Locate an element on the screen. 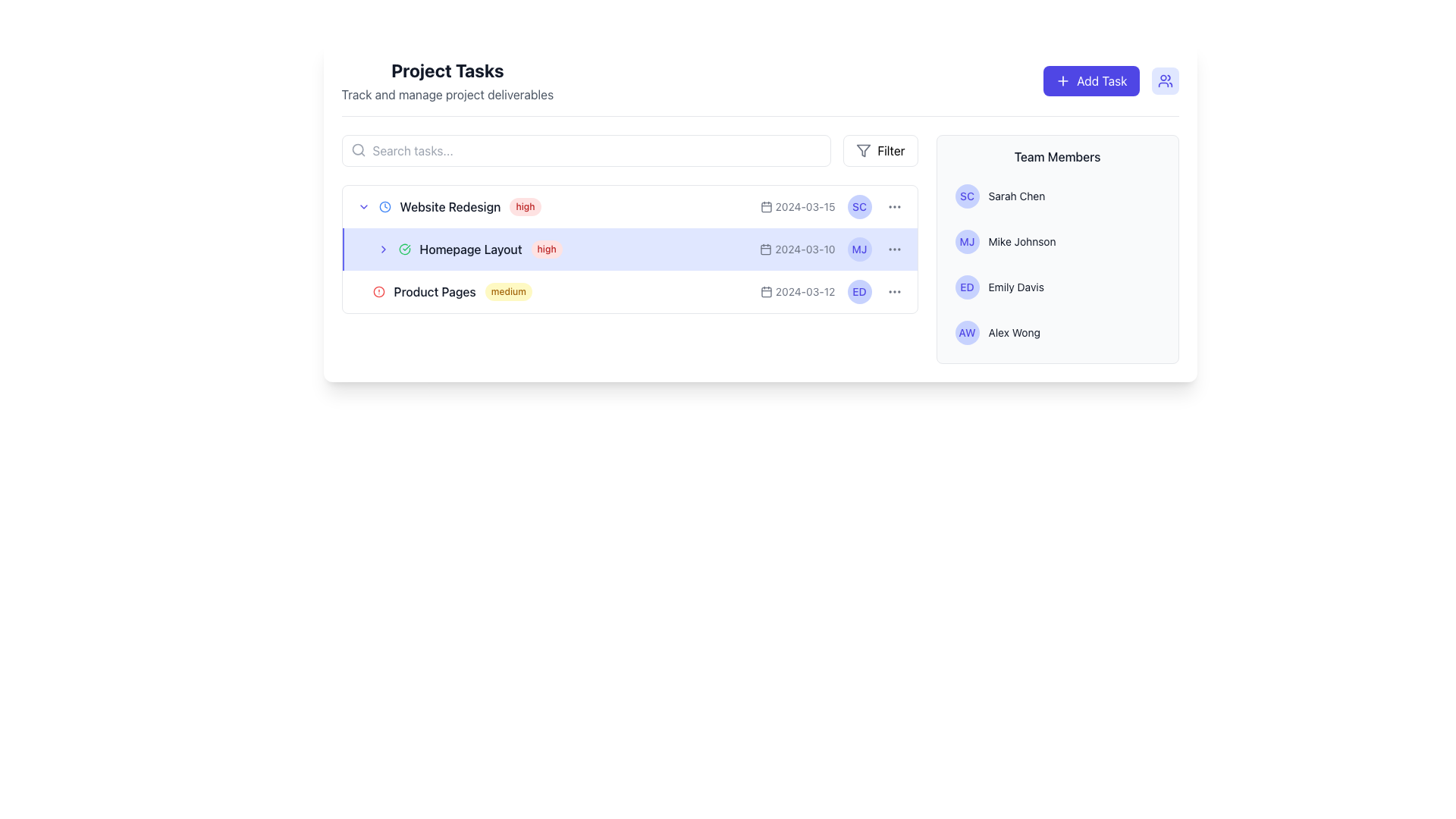  the ellipsis button represented by three vertically aligned dots located in the bottom-right corner of the 'Product Pages' task under the 'Team Members' column is located at coordinates (894, 292).